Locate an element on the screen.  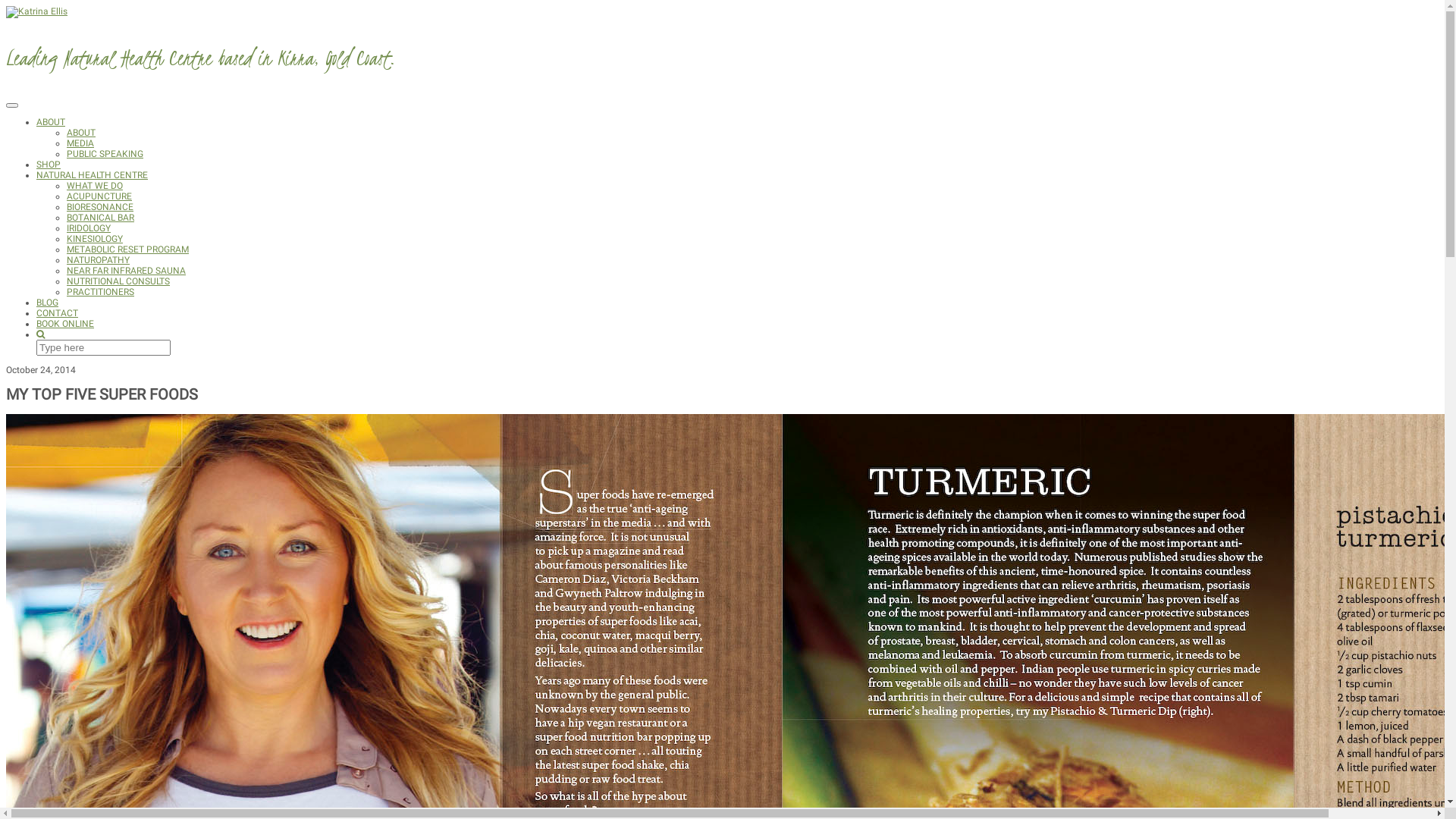
'ACUPUNCTURE' is located at coordinates (98, 195).